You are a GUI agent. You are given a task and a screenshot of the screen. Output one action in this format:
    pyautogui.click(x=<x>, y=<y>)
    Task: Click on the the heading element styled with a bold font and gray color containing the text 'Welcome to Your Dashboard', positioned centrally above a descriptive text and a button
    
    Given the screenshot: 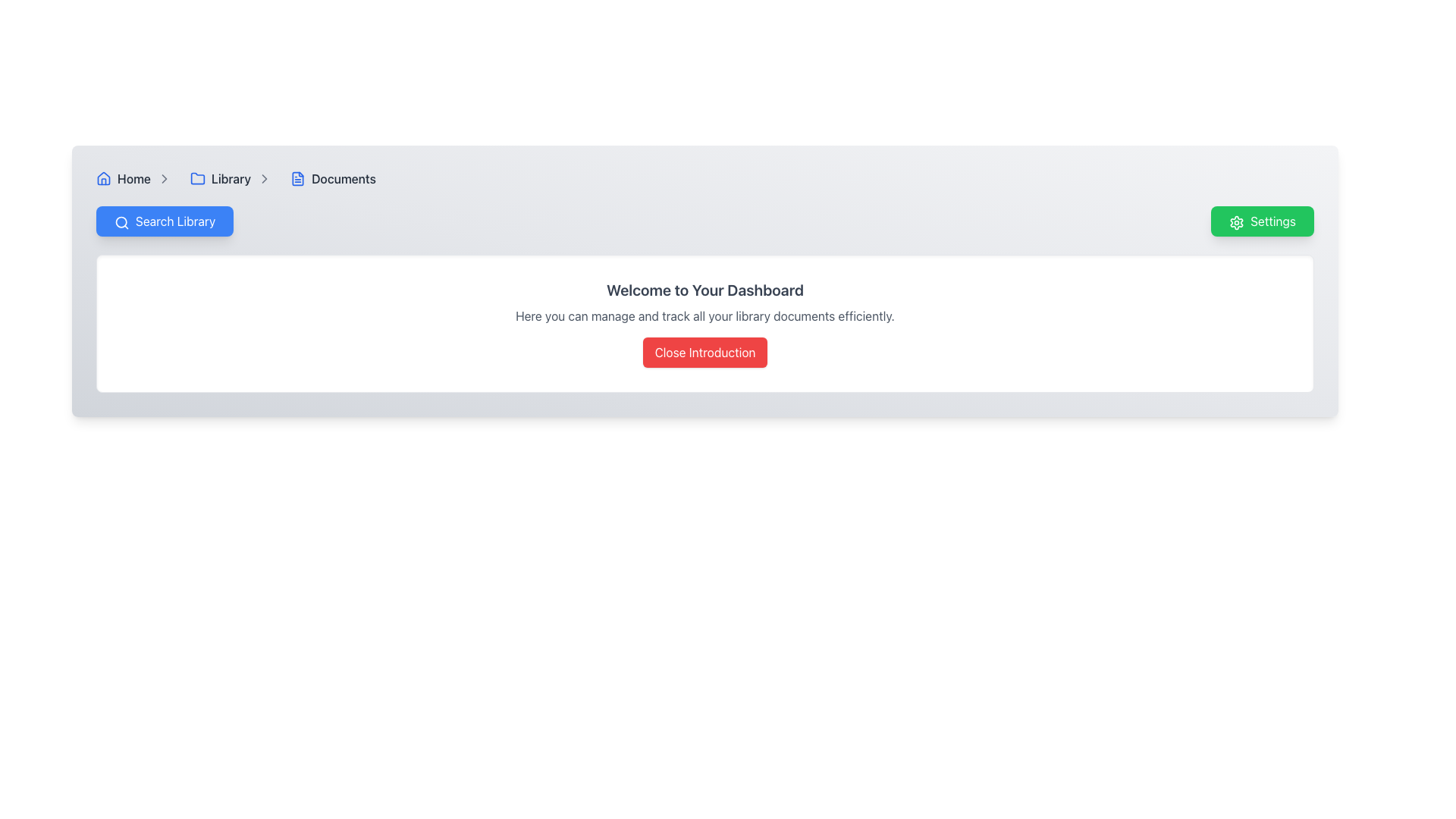 What is the action you would take?
    pyautogui.click(x=704, y=290)
    